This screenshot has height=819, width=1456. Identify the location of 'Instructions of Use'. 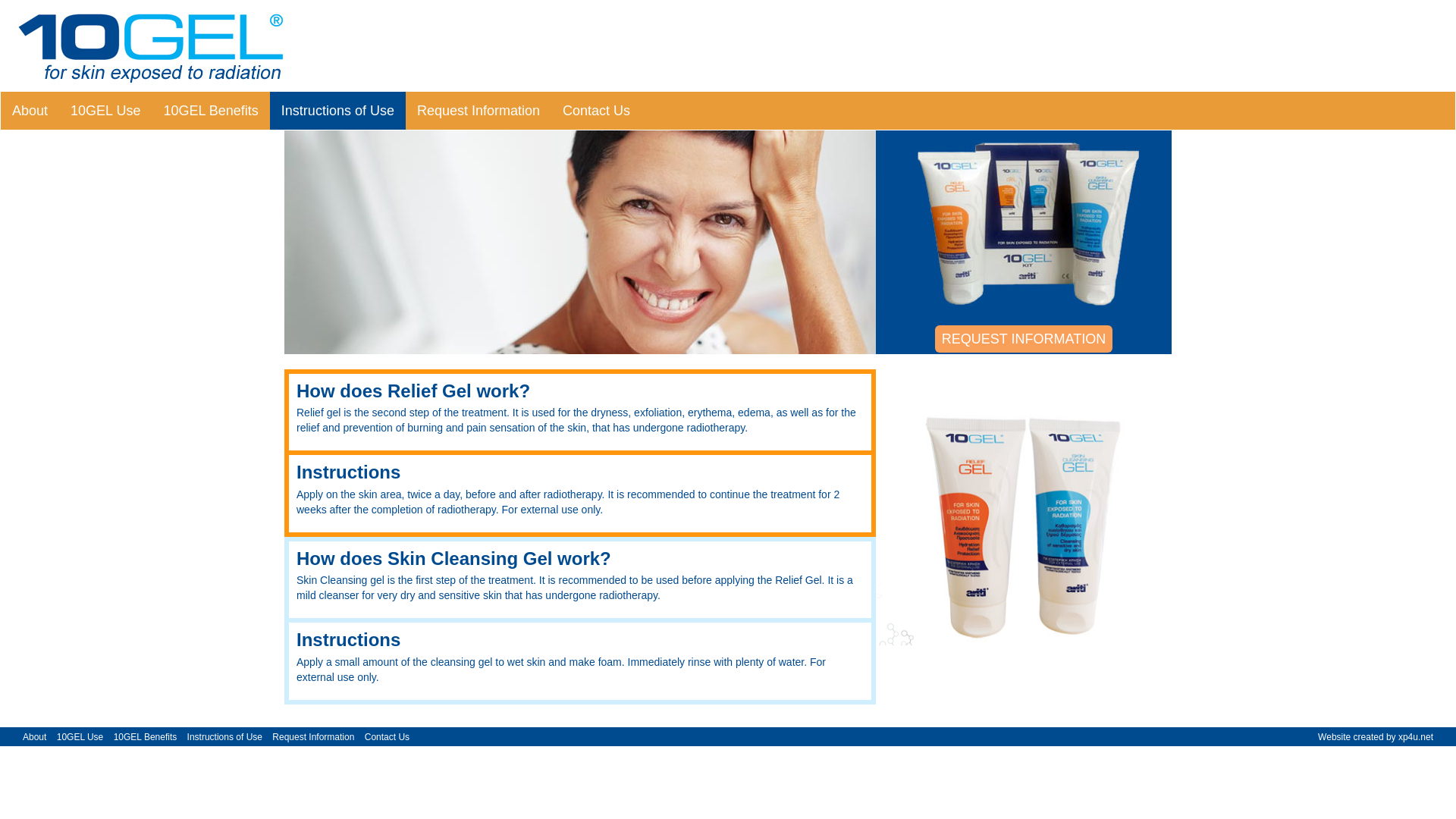
(337, 110).